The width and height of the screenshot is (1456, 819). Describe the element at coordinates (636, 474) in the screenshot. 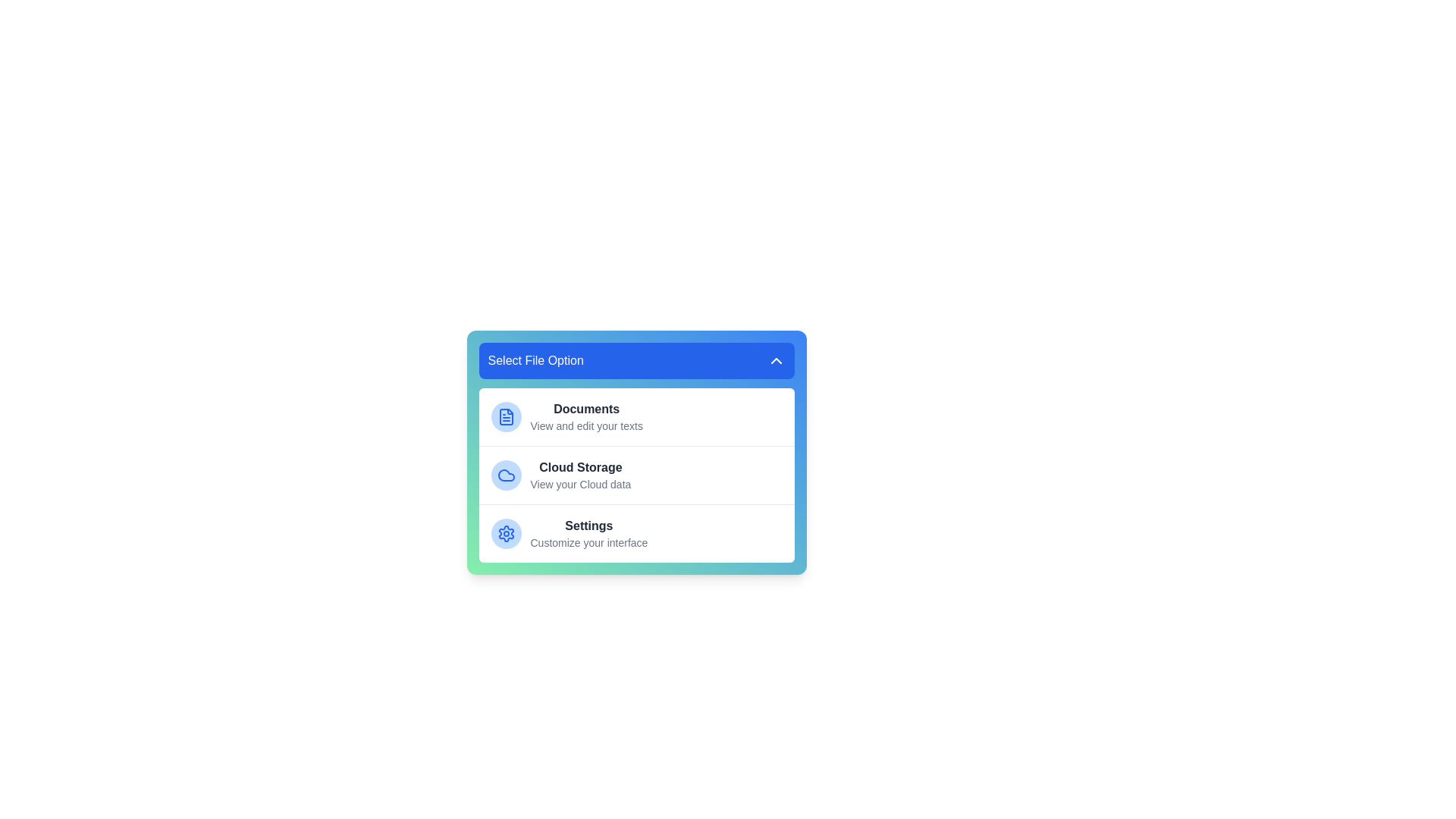

I see `the second item in the dropdown menu for cloud storage management, located between 'Documents' and 'Settings'` at that location.